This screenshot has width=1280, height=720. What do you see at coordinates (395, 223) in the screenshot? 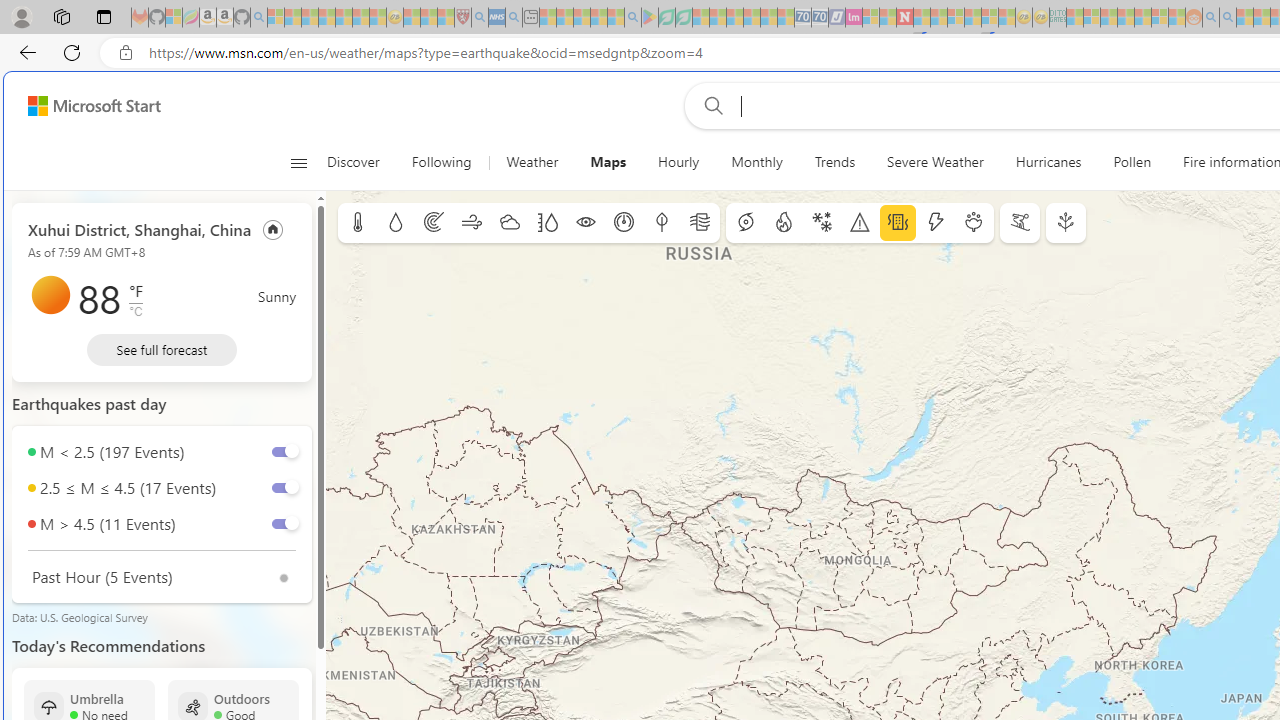
I see `'Precipitation'` at bounding box center [395, 223].